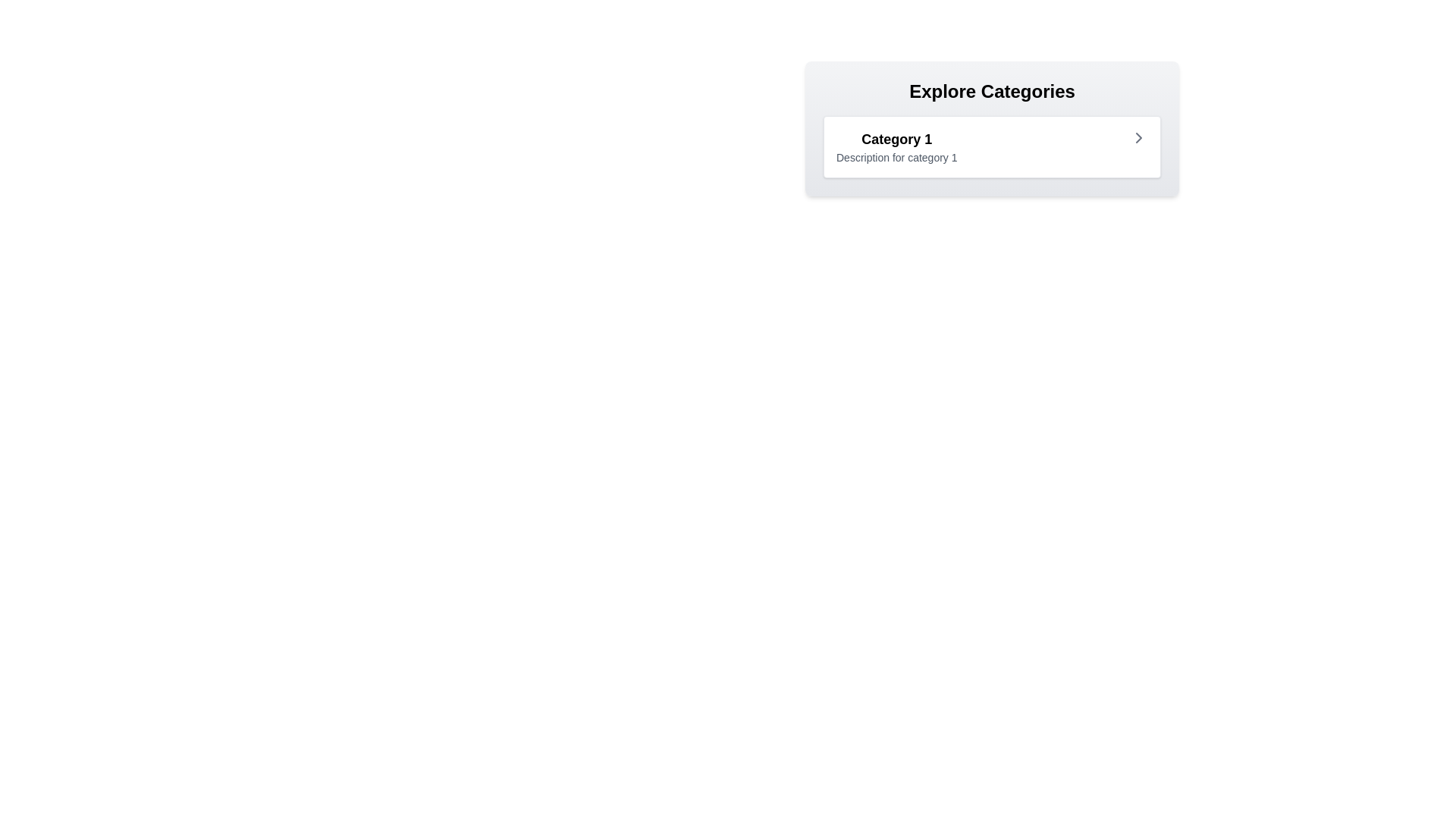 The height and width of the screenshot is (819, 1456). Describe the element at coordinates (1139, 137) in the screenshot. I see `the navigation icon located at the far right of the 'Category 1' card` at that location.